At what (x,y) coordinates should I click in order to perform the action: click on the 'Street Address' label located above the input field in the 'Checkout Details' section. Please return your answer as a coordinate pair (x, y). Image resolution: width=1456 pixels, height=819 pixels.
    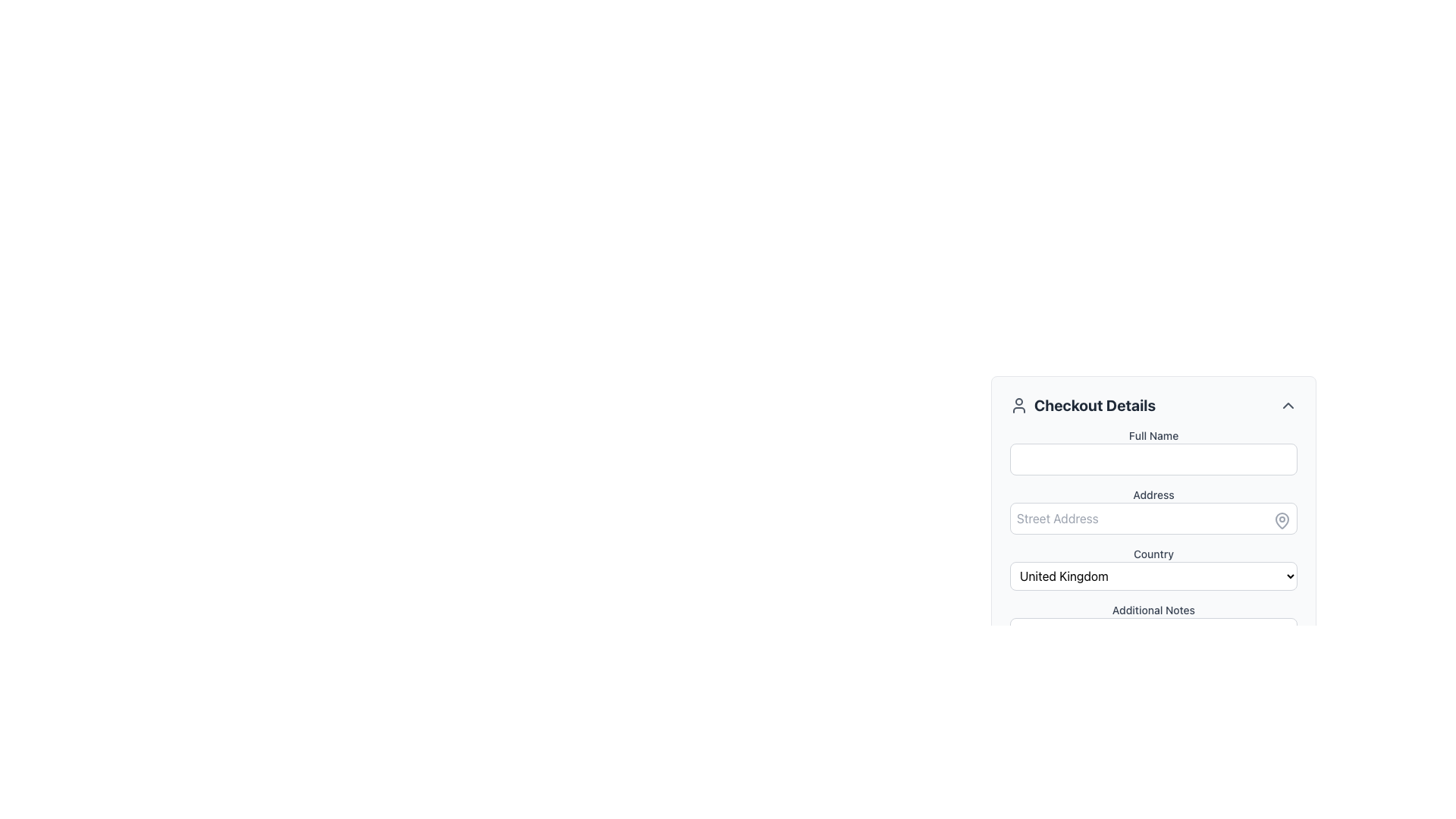
    Looking at the image, I should click on (1153, 494).